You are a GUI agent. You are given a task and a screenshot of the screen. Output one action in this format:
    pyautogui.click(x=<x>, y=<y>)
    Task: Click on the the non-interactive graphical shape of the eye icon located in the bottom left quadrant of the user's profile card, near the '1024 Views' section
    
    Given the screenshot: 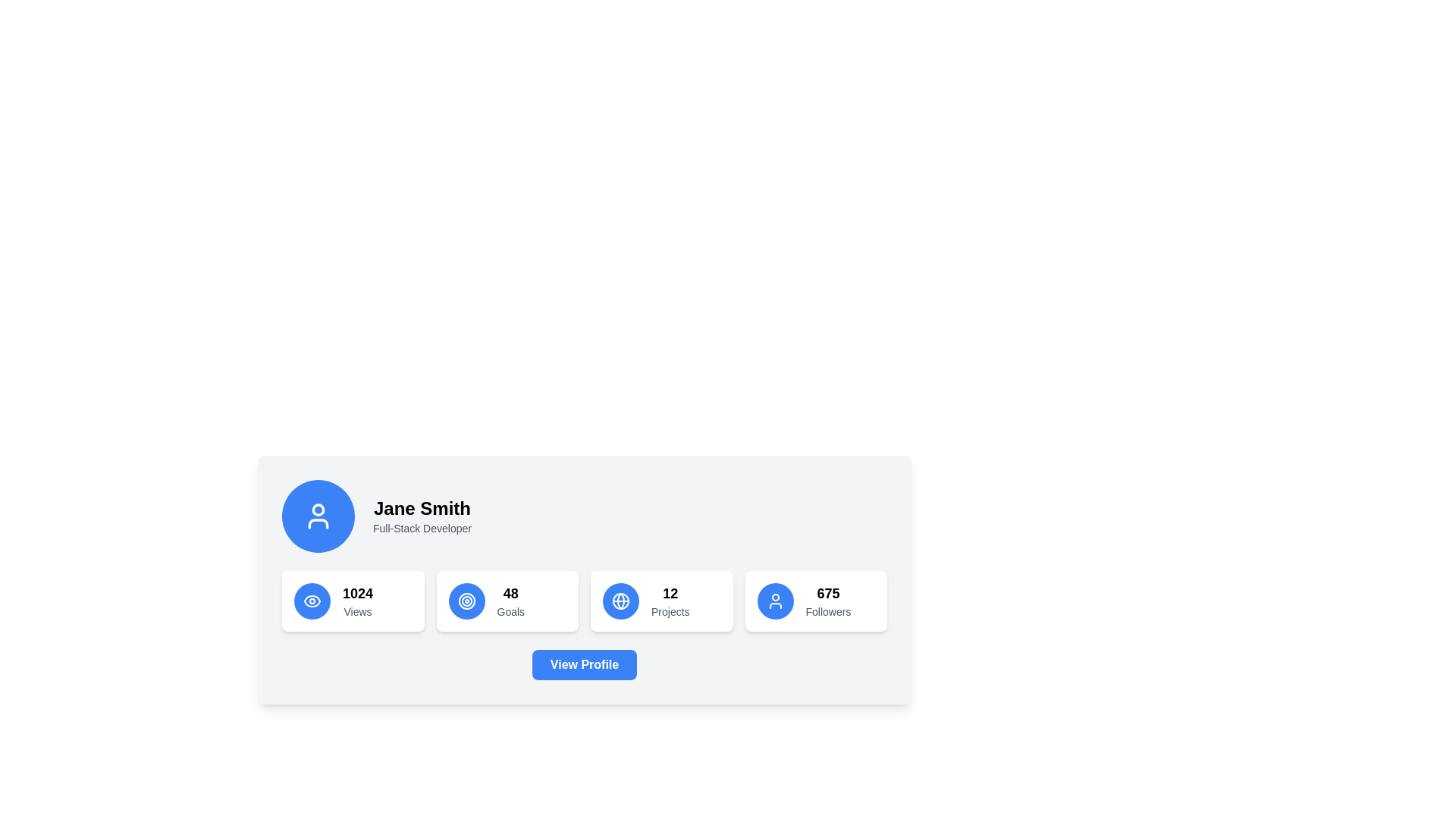 What is the action you would take?
    pyautogui.click(x=312, y=601)
    